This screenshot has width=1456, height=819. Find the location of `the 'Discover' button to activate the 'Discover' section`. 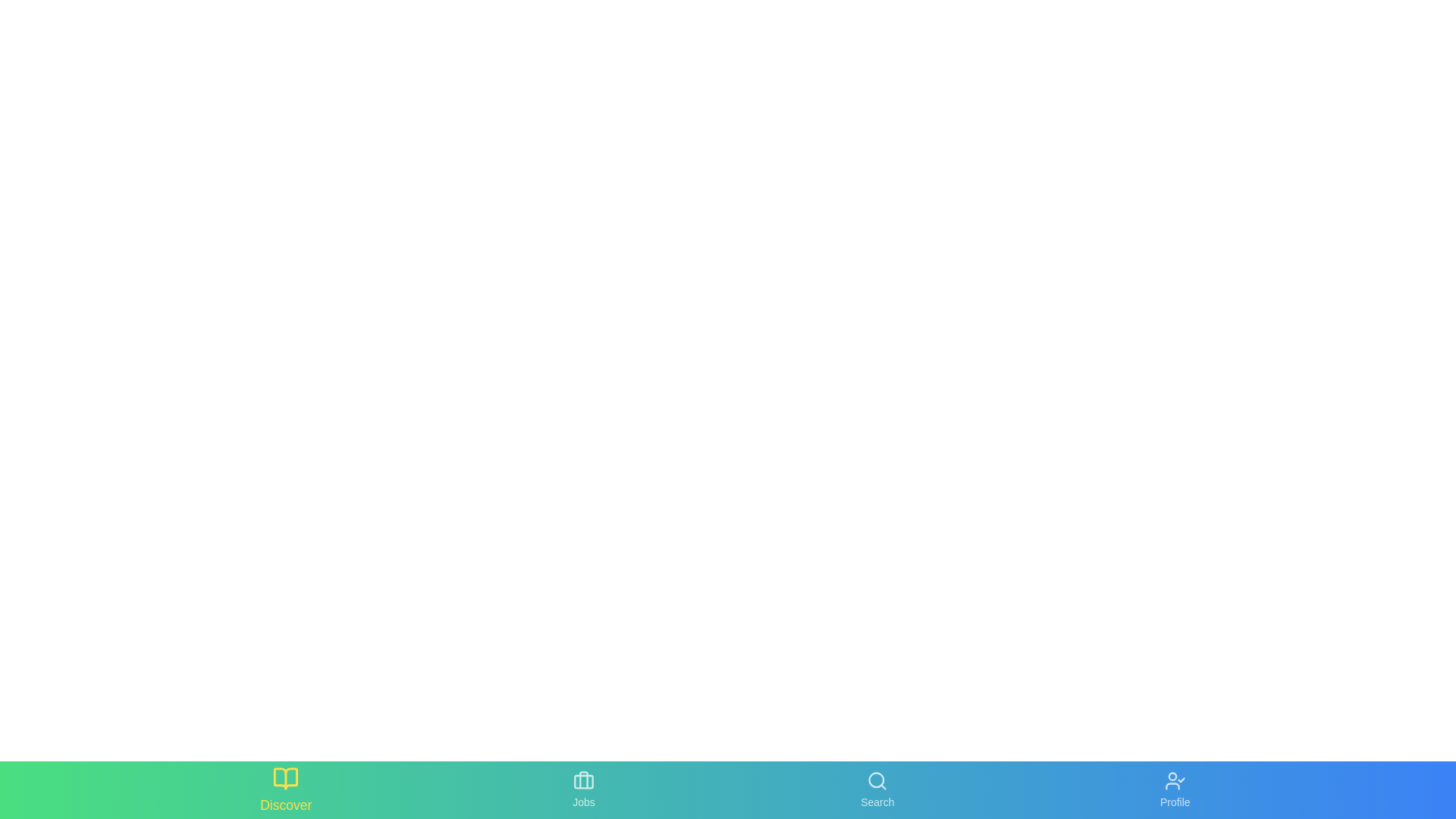

the 'Discover' button to activate the 'Discover' section is located at coordinates (286, 789).